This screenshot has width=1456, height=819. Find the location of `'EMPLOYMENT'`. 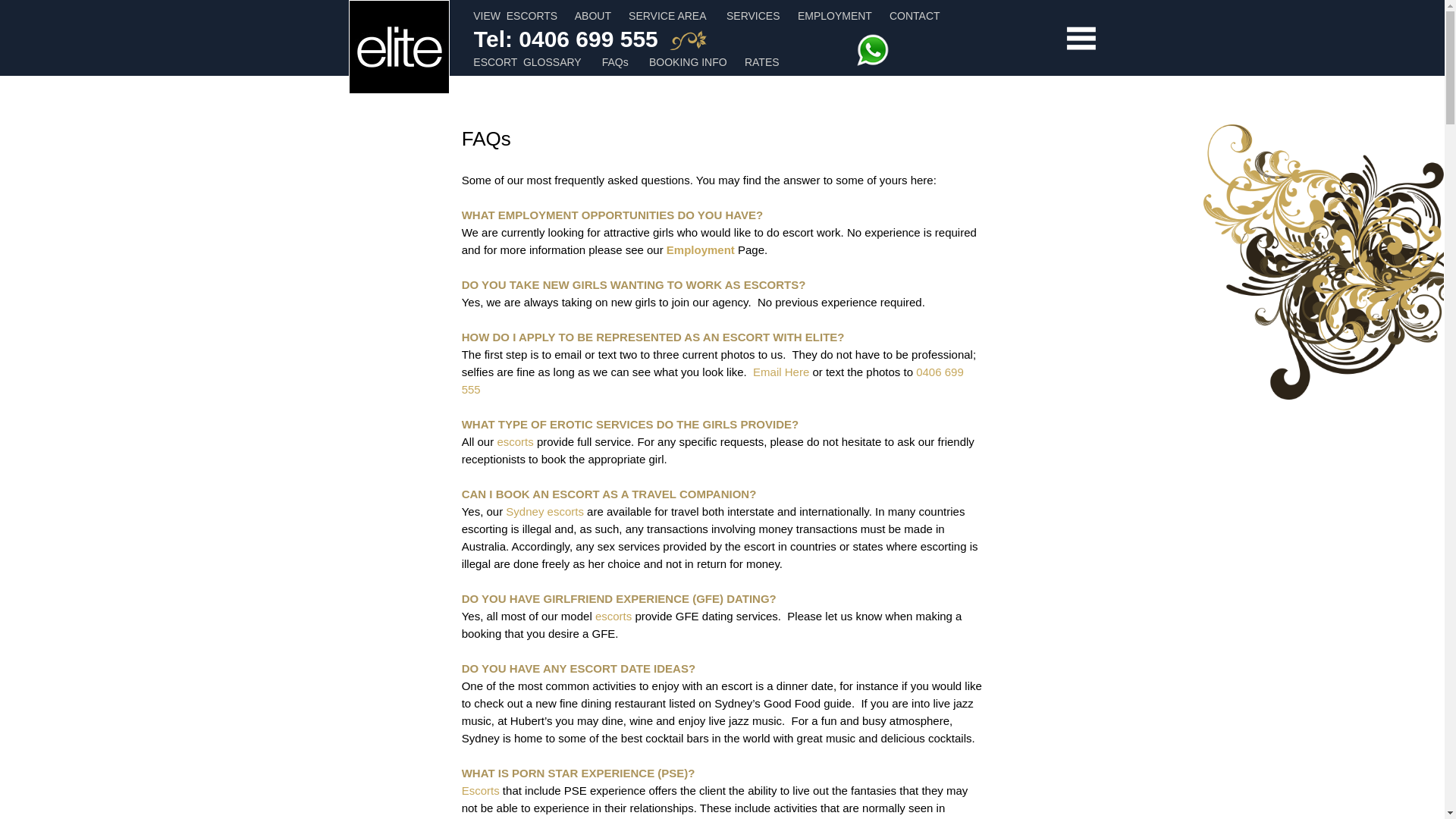

'EMPLOYMENT' is located at coordinates (833, 15).